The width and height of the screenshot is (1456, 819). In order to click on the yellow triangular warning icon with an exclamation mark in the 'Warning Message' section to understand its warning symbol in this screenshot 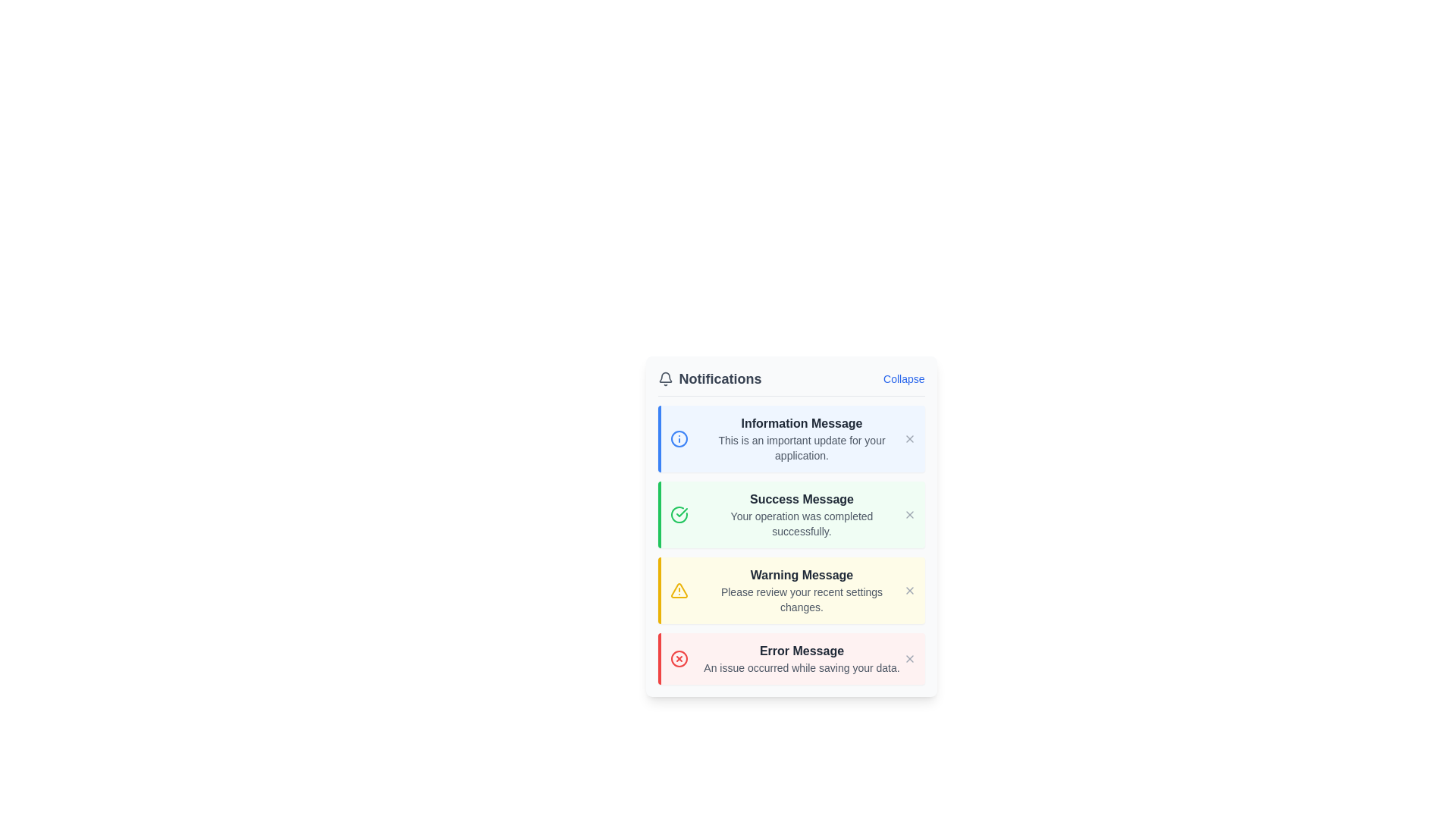, I will do `click(678, 590)`.